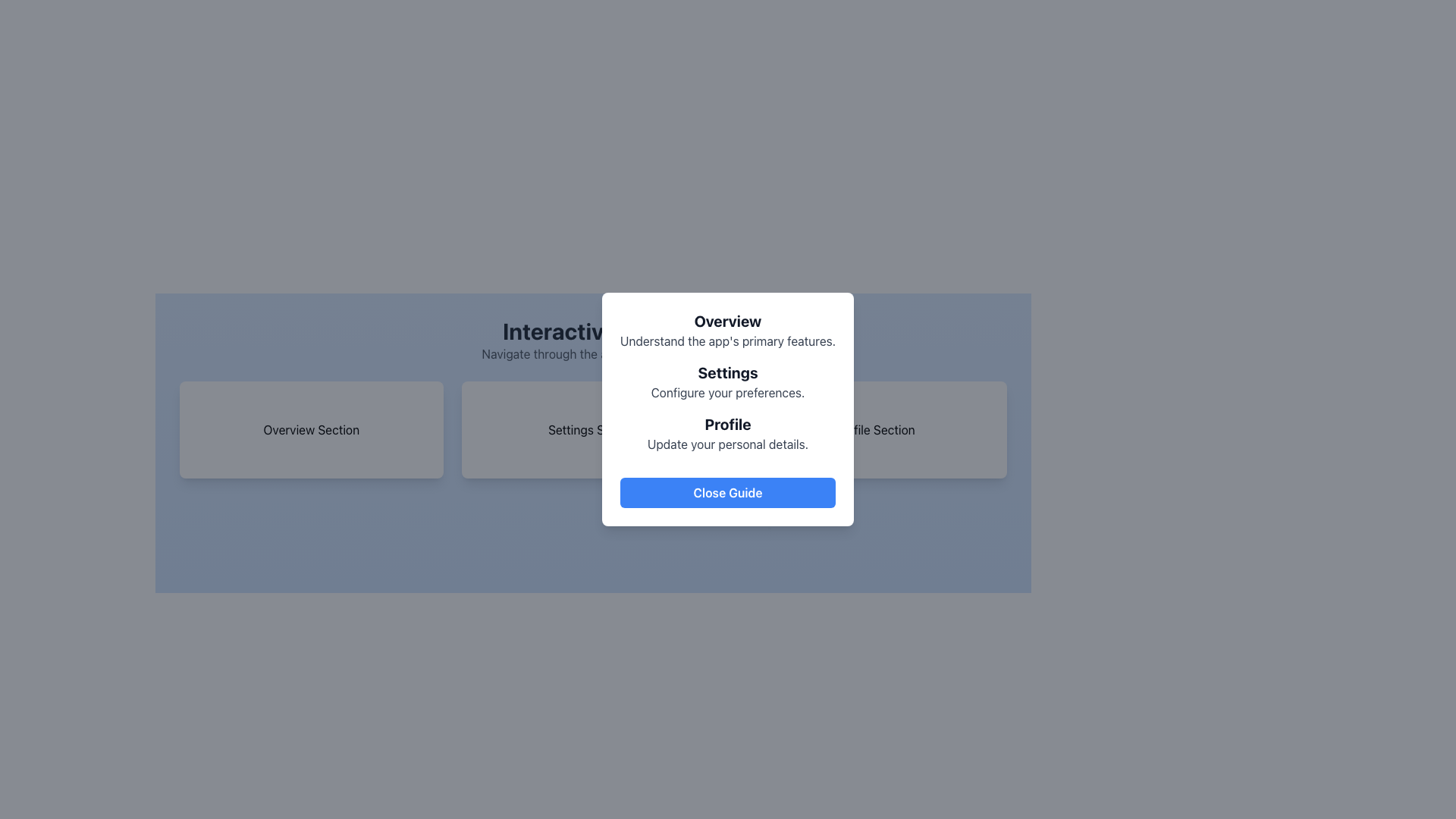  I want to click on the text content block displaying 'Profile' and 'Update your personal details.' in a white modal box, so click(728, 433).